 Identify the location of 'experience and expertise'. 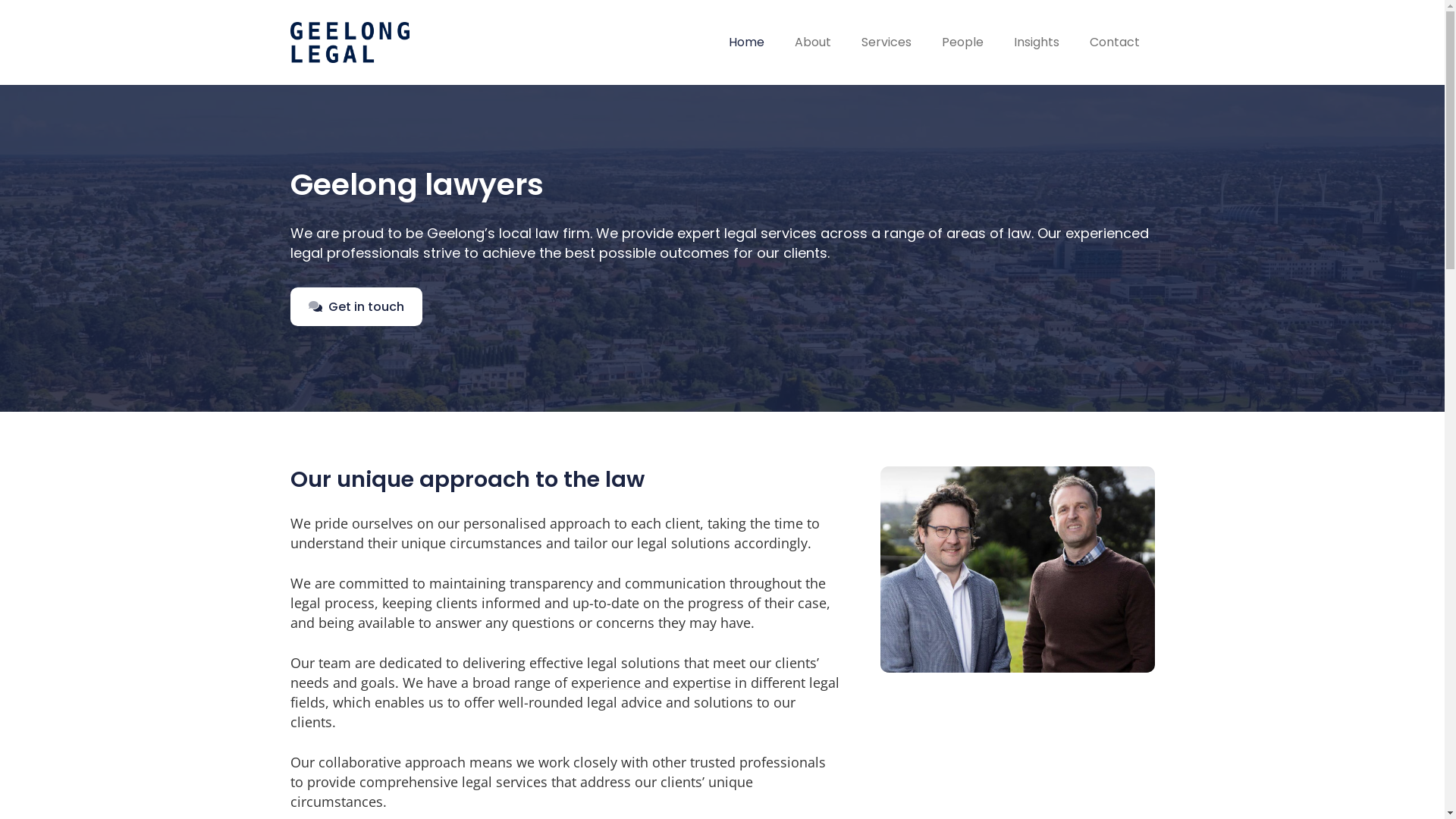
(650, 681).